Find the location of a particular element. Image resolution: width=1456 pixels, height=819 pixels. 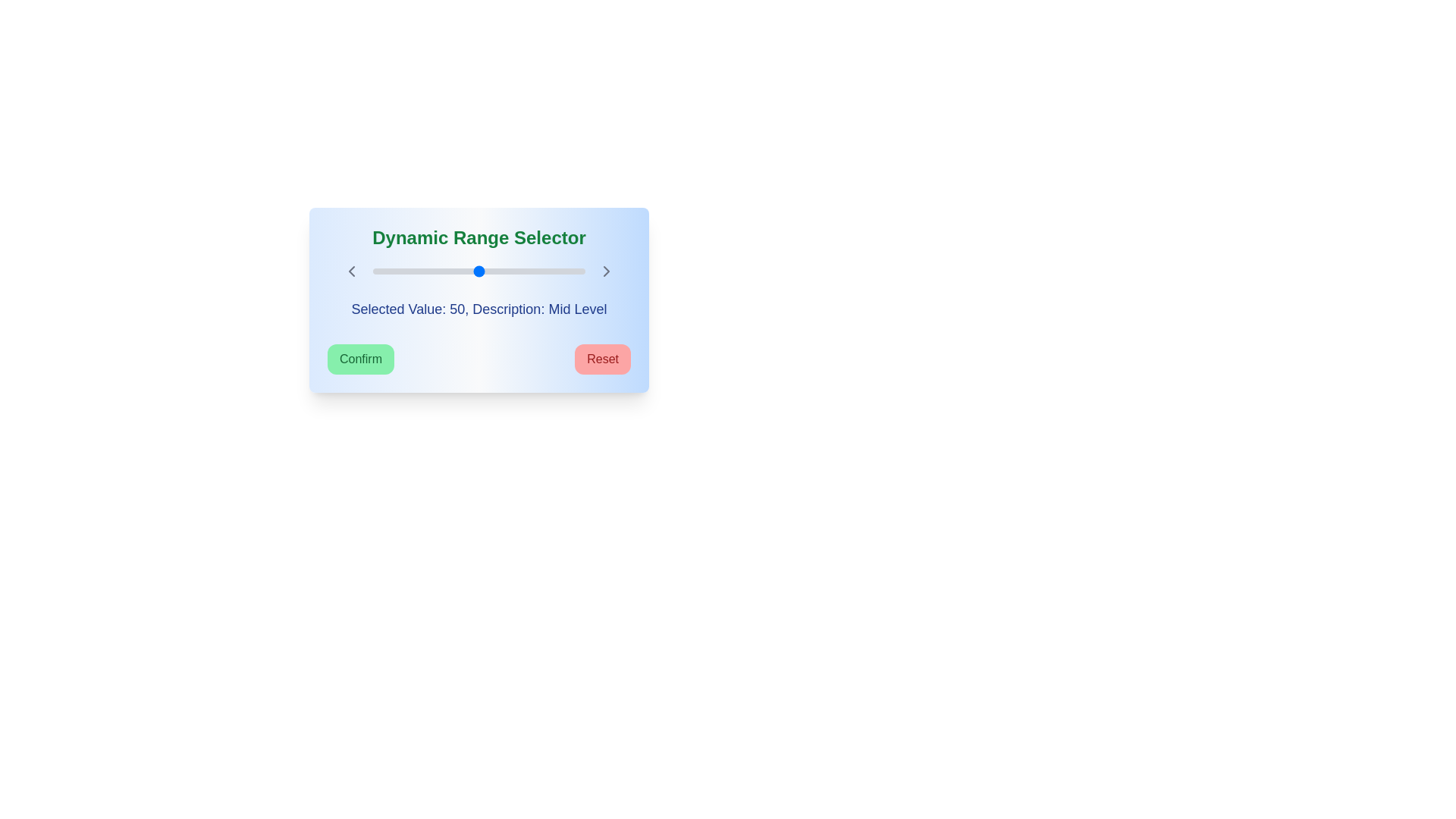

the slider is located at coordinates (509, 271).